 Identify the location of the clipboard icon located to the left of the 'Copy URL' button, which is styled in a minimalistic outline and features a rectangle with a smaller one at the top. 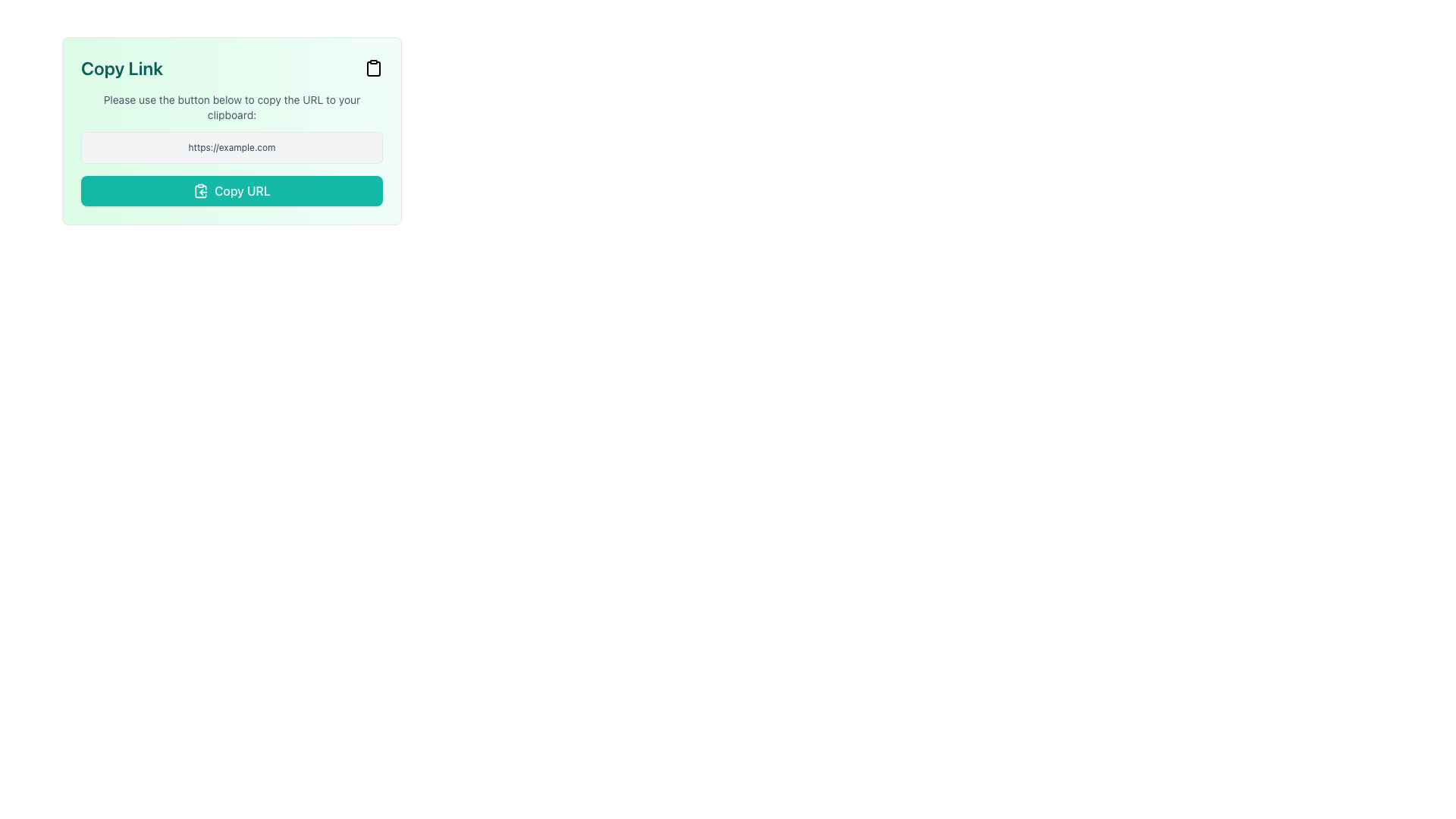
(200, 190).